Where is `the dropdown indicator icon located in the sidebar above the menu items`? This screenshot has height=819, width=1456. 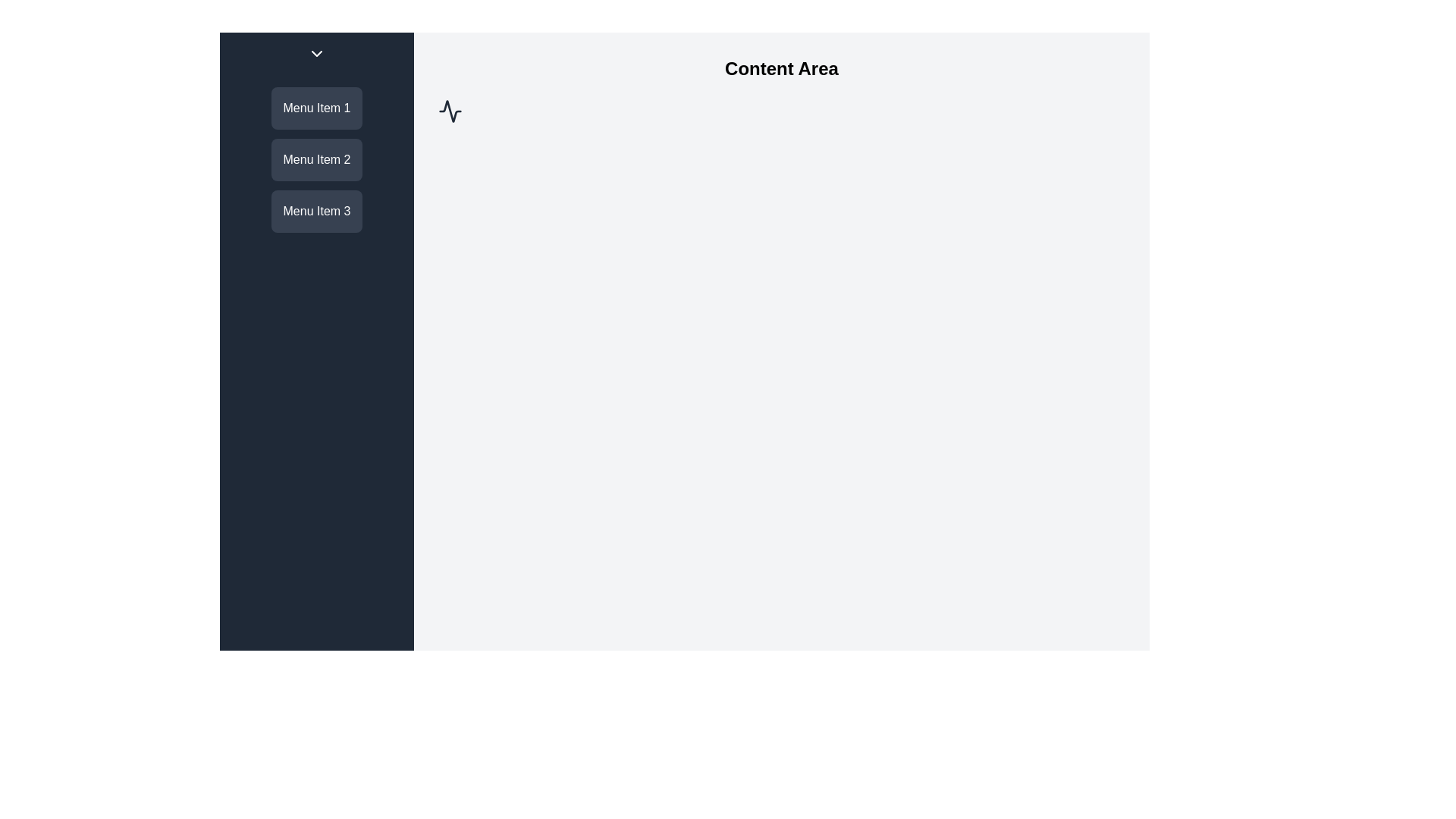 the dropdown indicator icon located in the sidebar above the menu items is located at coordinates (315, 52).